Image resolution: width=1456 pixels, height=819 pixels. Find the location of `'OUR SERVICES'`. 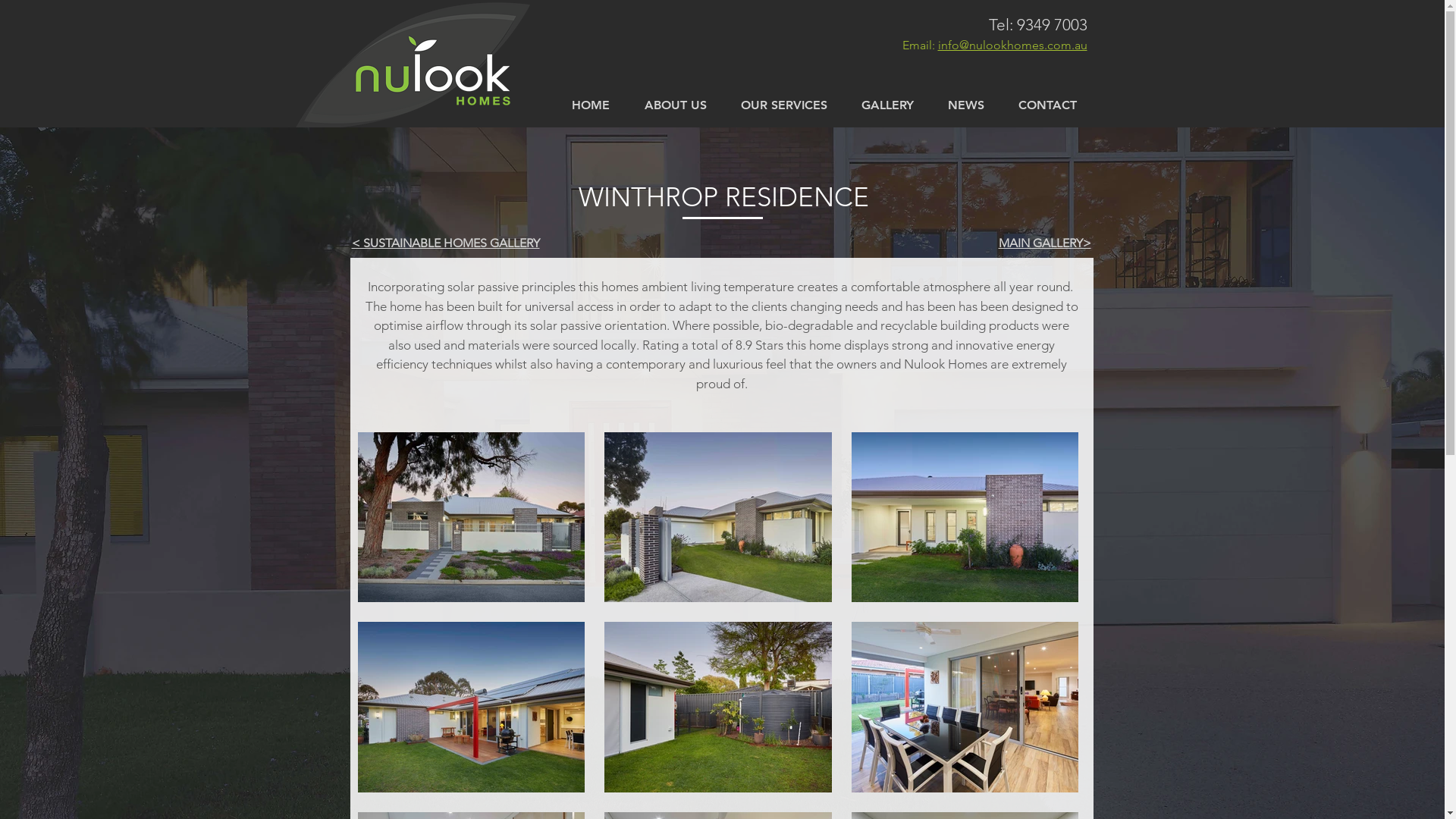

'OUR SERVICES' is located at coordinates (723, 104).